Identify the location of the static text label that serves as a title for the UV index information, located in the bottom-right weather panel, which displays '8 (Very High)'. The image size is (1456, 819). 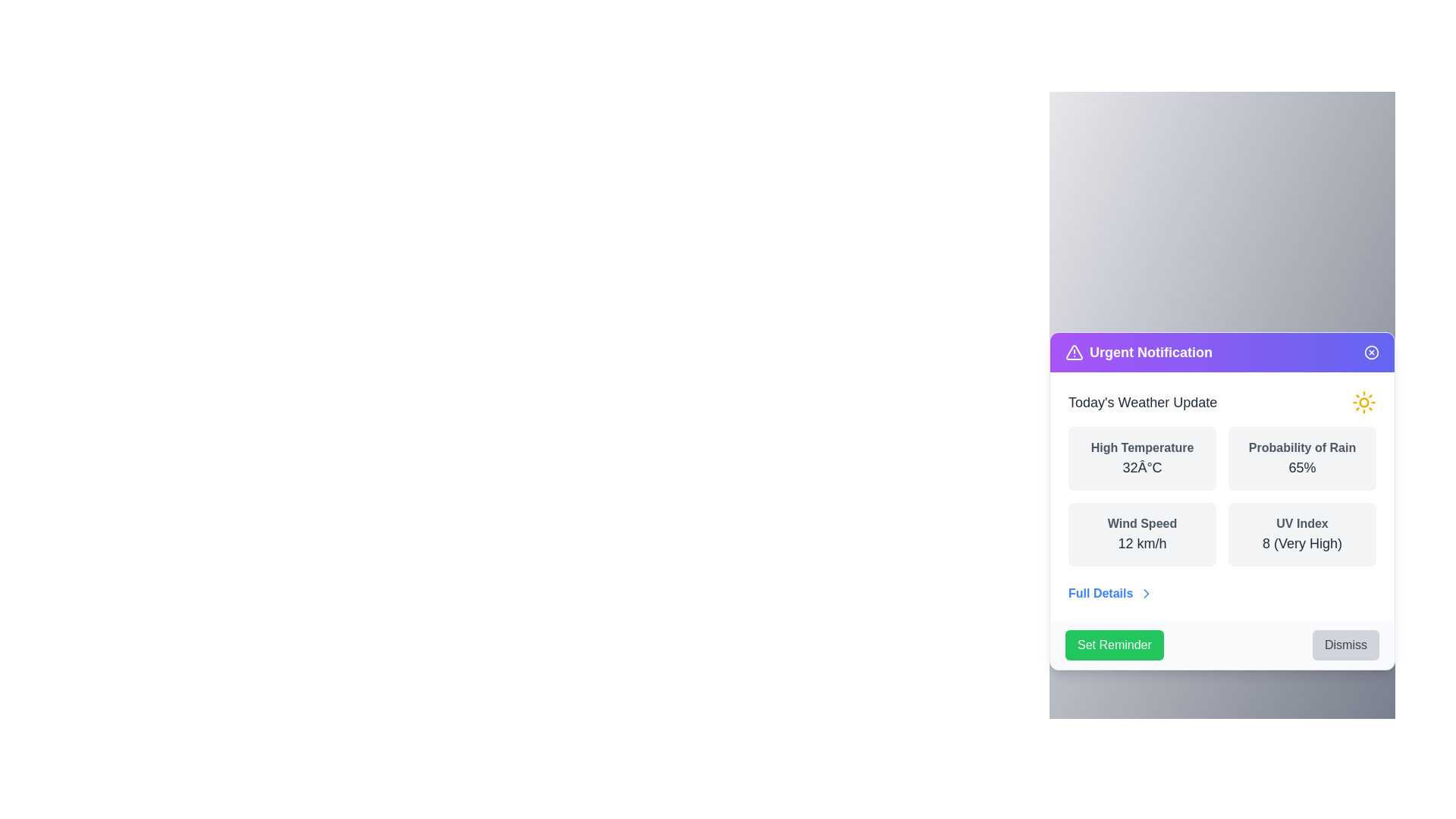
(1301, 522).